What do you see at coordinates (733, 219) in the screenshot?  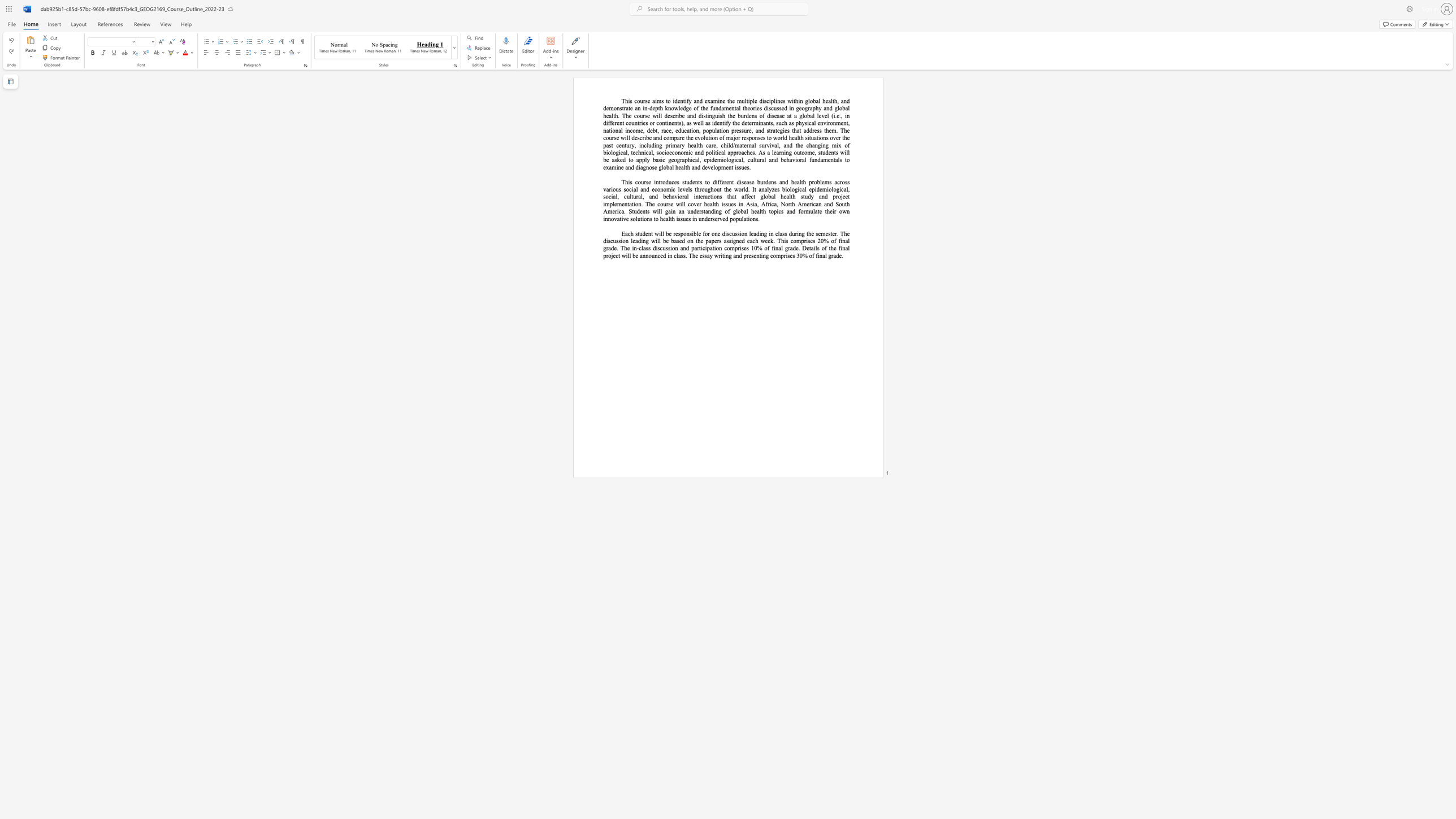 I see `the subset text "opulat" within the text "ed populations."` at bounding box center [733, 219].